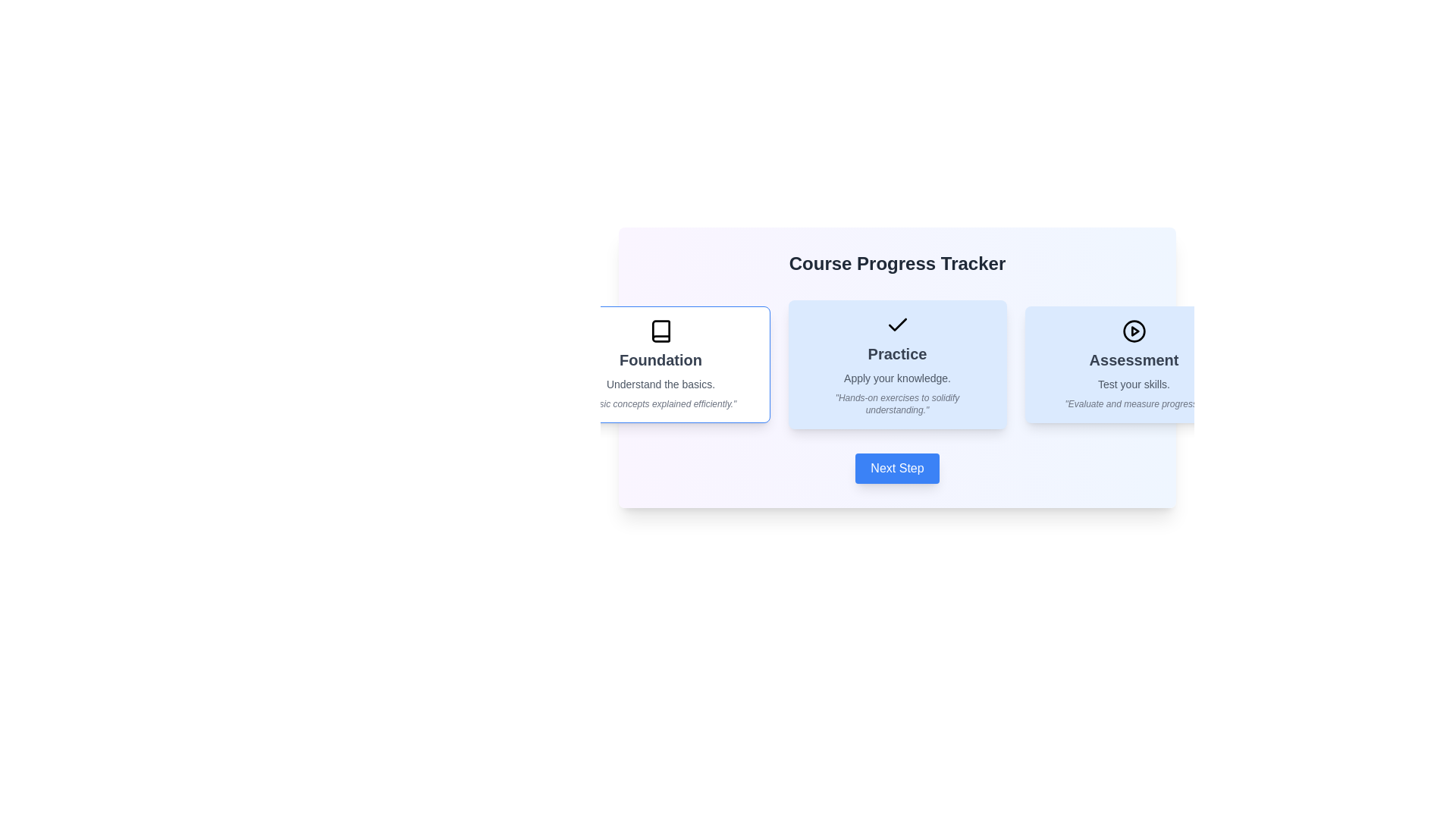  What do you see at coordinates (897, 353) in the screenshot?
I see `the text label displaying the word 'Practice' which is centrally located in its card, styled in bold gray font against a blue background` at bounding box center [897, 353].